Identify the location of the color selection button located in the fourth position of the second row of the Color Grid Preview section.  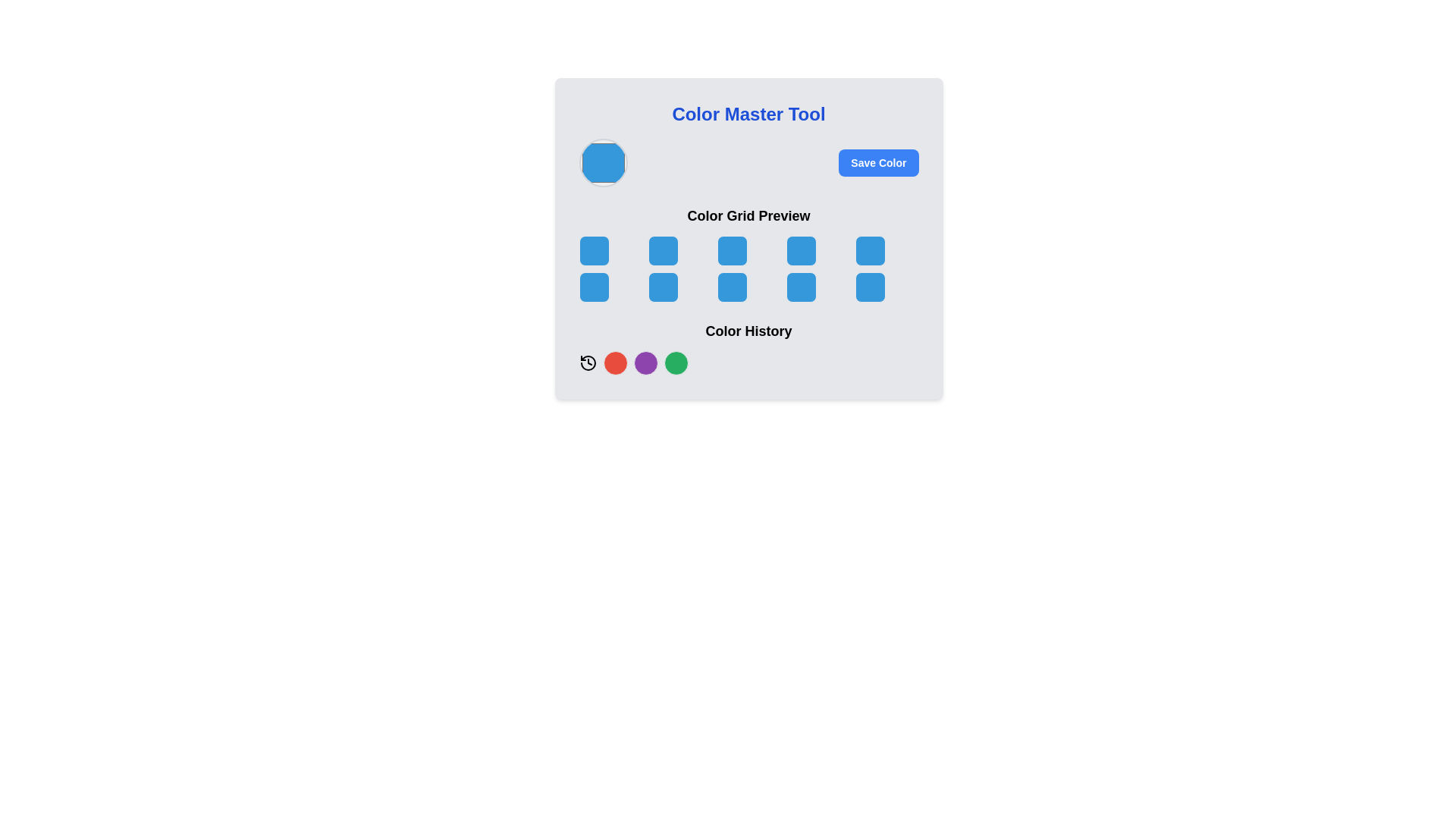
(801, 287).